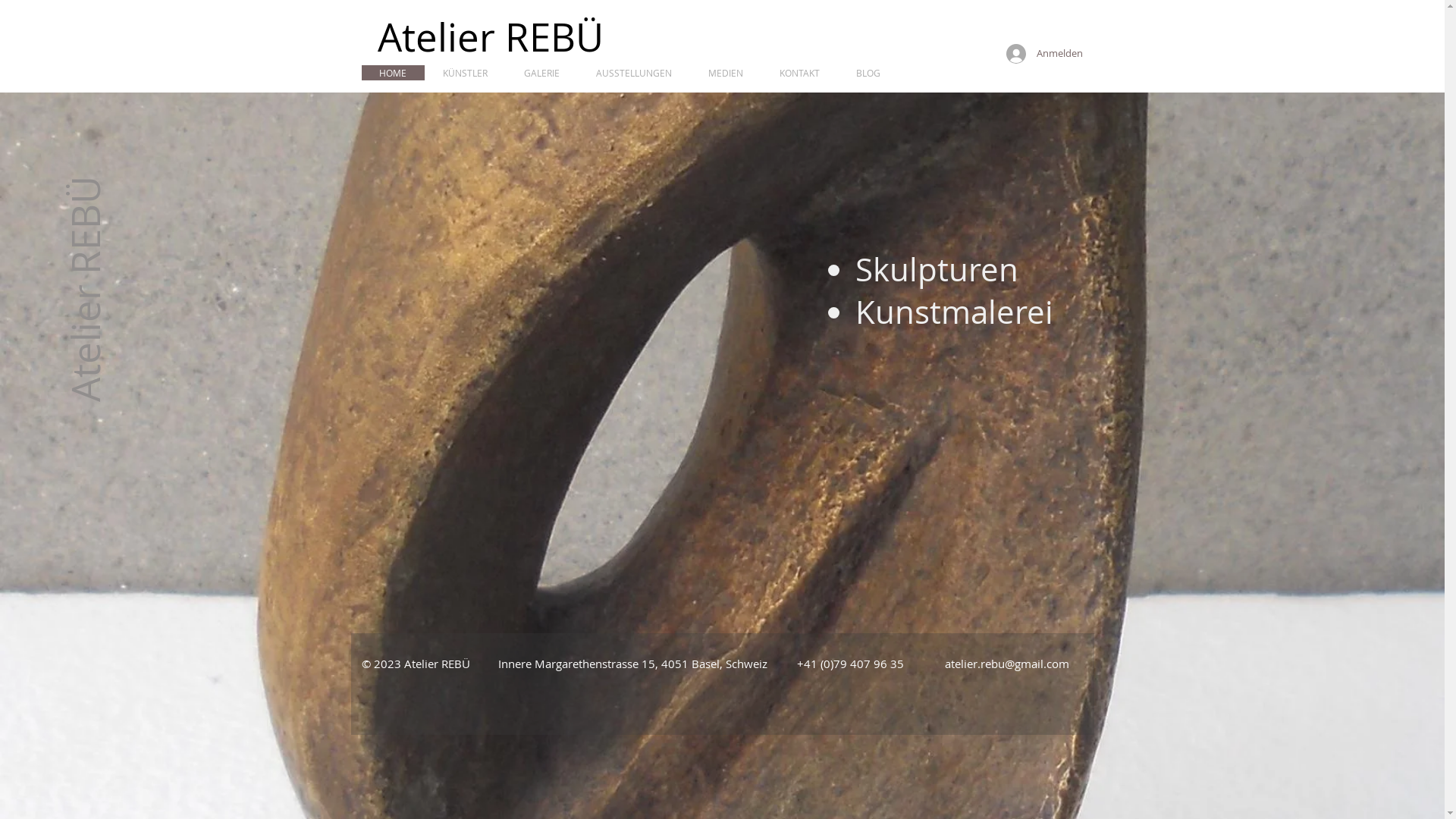  What do you see at coordinates (944, 663) in the screenshot?
I see `'atelier.rebu@gmail.com'` at bounding box center [944, 663].